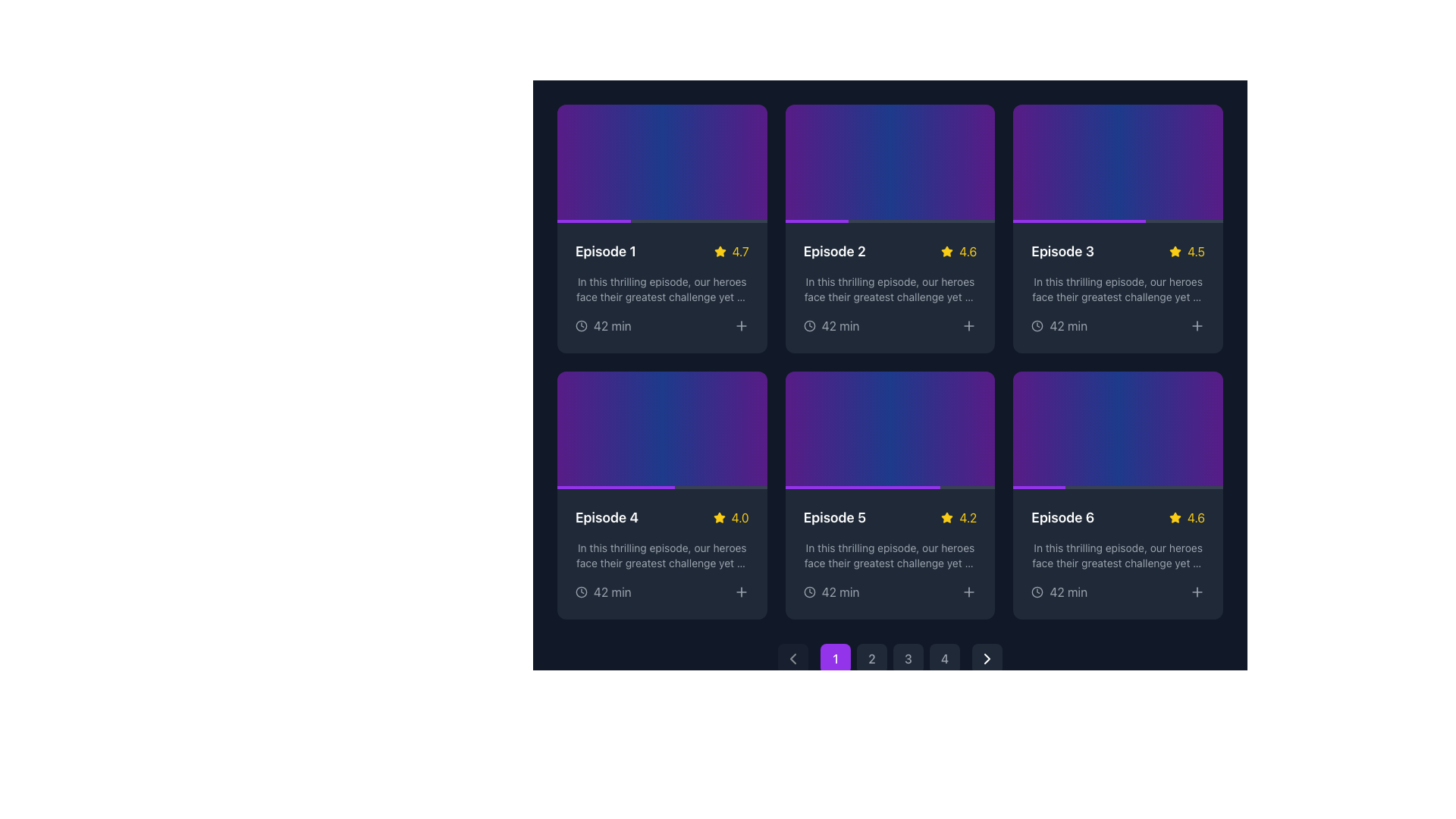 The height and width of the screenshot is (819, 1456). What do you see at coordinates (958, 517) in the screenshot?
I see `the rating display element that consists of a yellow star icon followed by the text '4.2' in yellow font, located on the right side of the 'Episode 5' card` at bounding box center [958, 517].